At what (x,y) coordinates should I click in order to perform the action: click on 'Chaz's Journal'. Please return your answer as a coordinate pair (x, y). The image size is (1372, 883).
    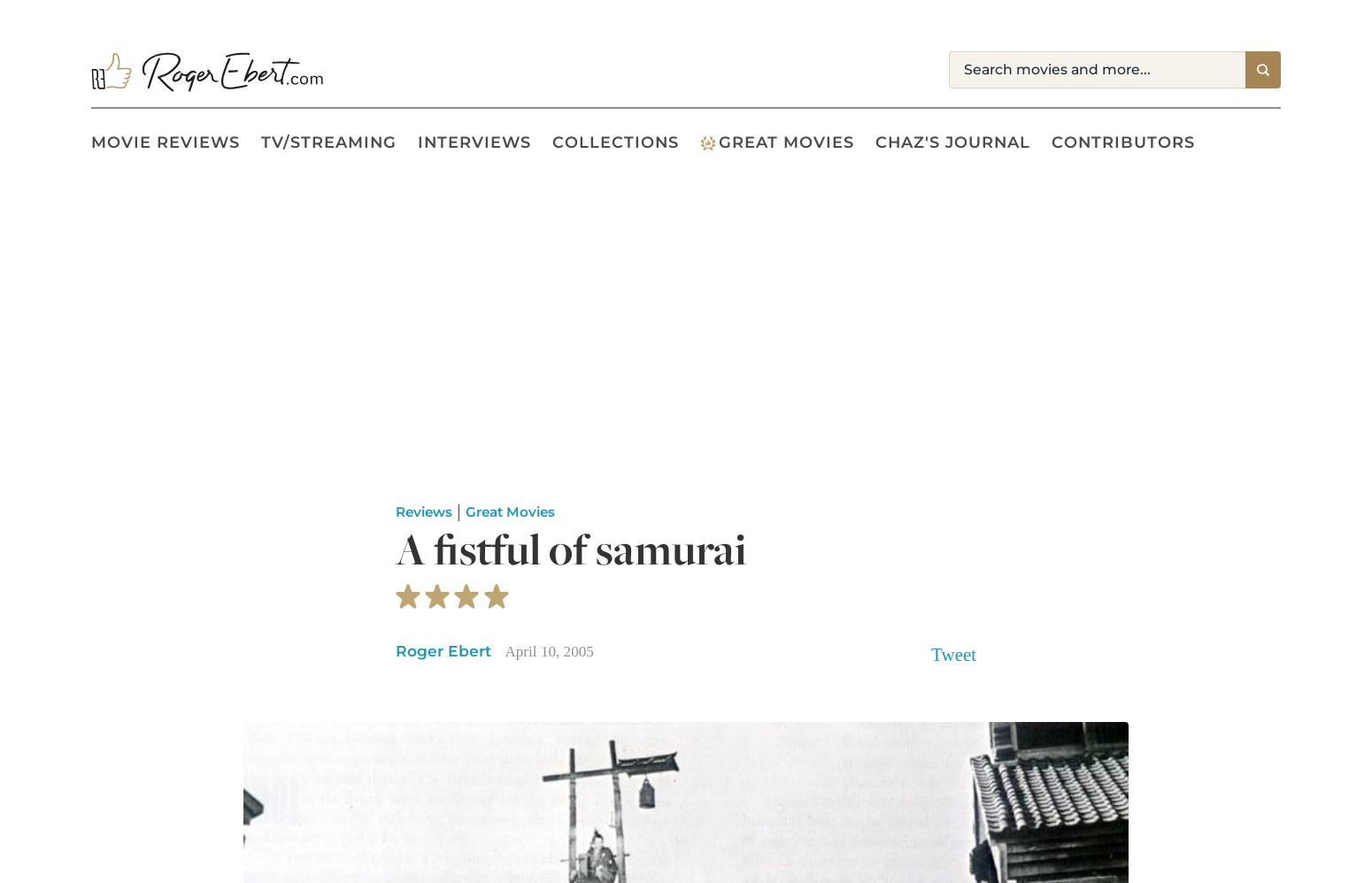
    Looking at the image, I should click on (952, 141).